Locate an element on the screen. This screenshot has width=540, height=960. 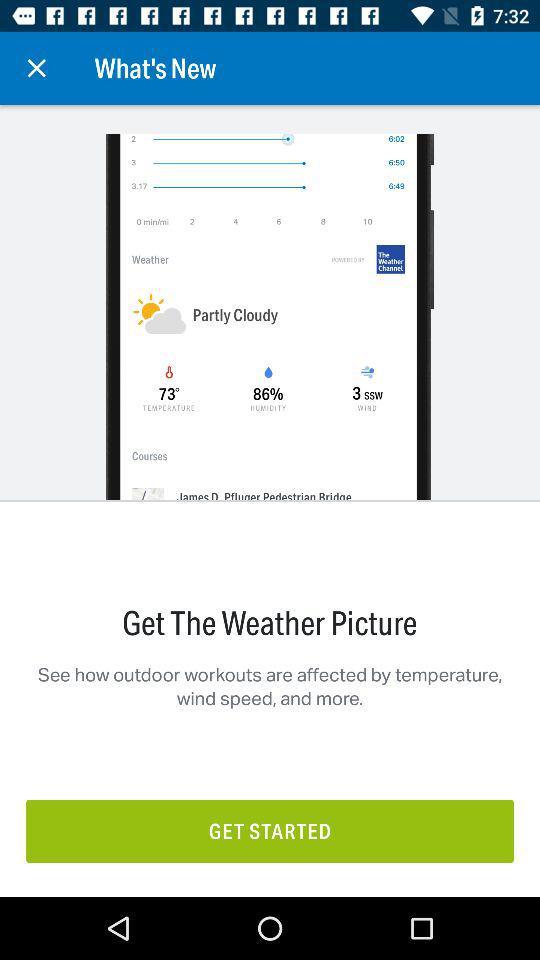
get started is located at coordinates (270, 831).